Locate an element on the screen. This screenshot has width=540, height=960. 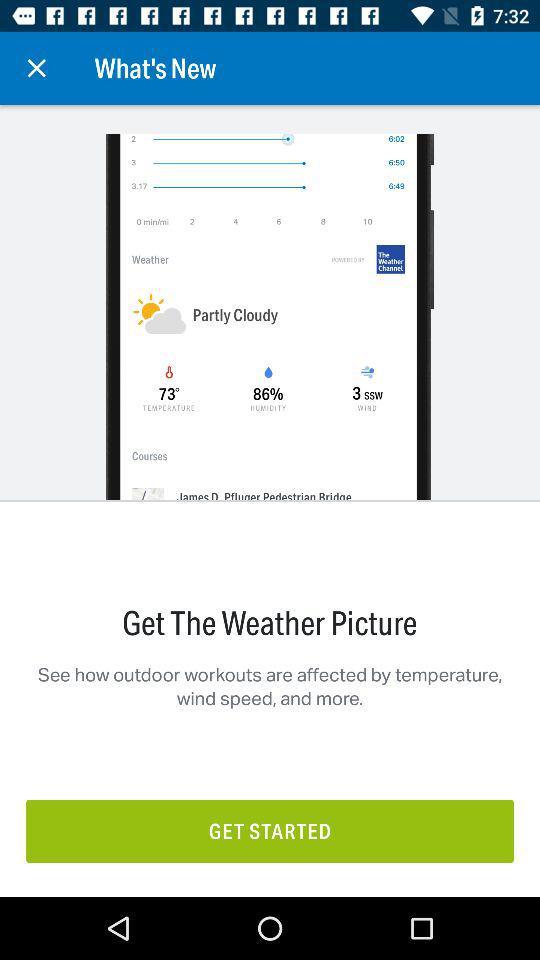
get started is located at coordinates (270, 831).